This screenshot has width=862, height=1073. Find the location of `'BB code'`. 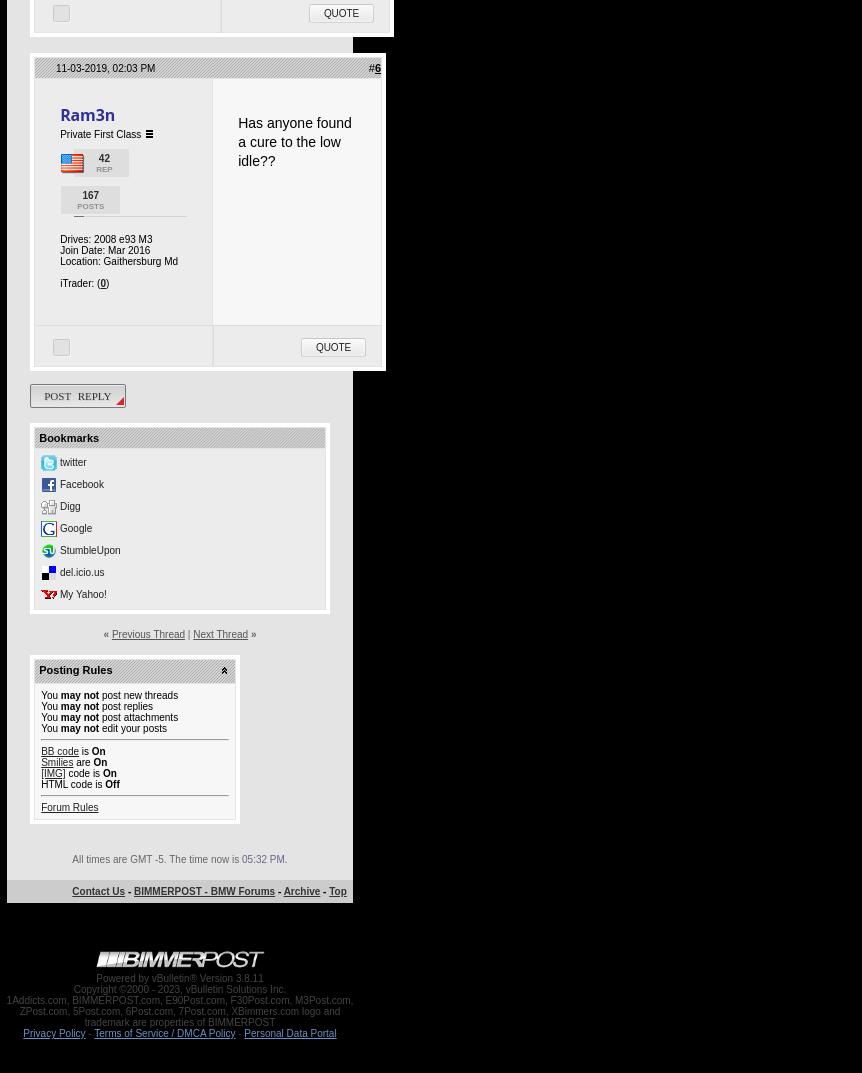

'BB code' is located at coordinates (59, 750).